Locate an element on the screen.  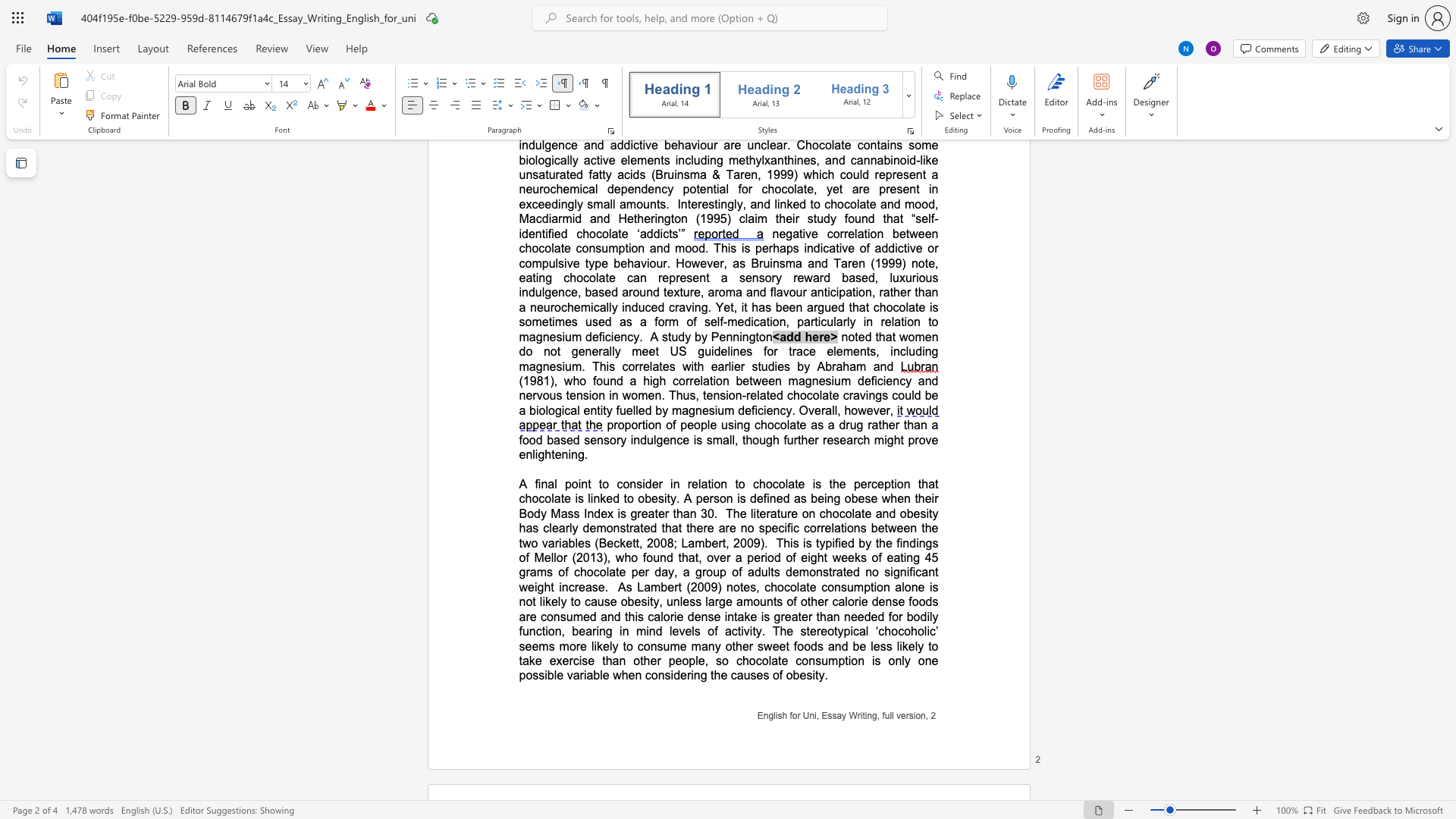
the subset text "Essay Wr" within the text "English for Uni, Essay Writing, full version," is located at coordinates (821, 716).